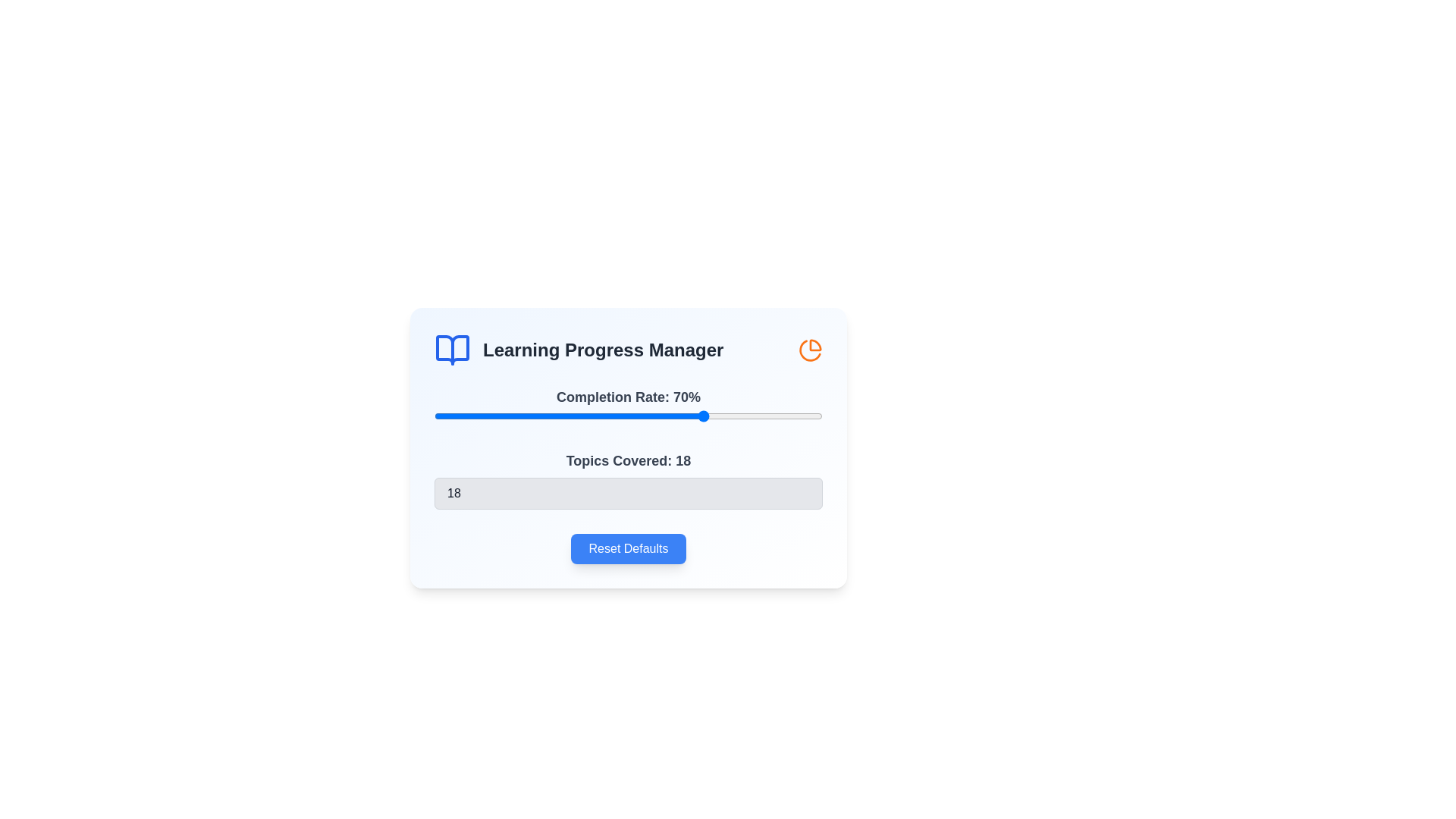  Describe the element at coordinates (629, 494) in the screenshot. I see `the number of topics covered to 12 by entering the value in the input box` at that location.